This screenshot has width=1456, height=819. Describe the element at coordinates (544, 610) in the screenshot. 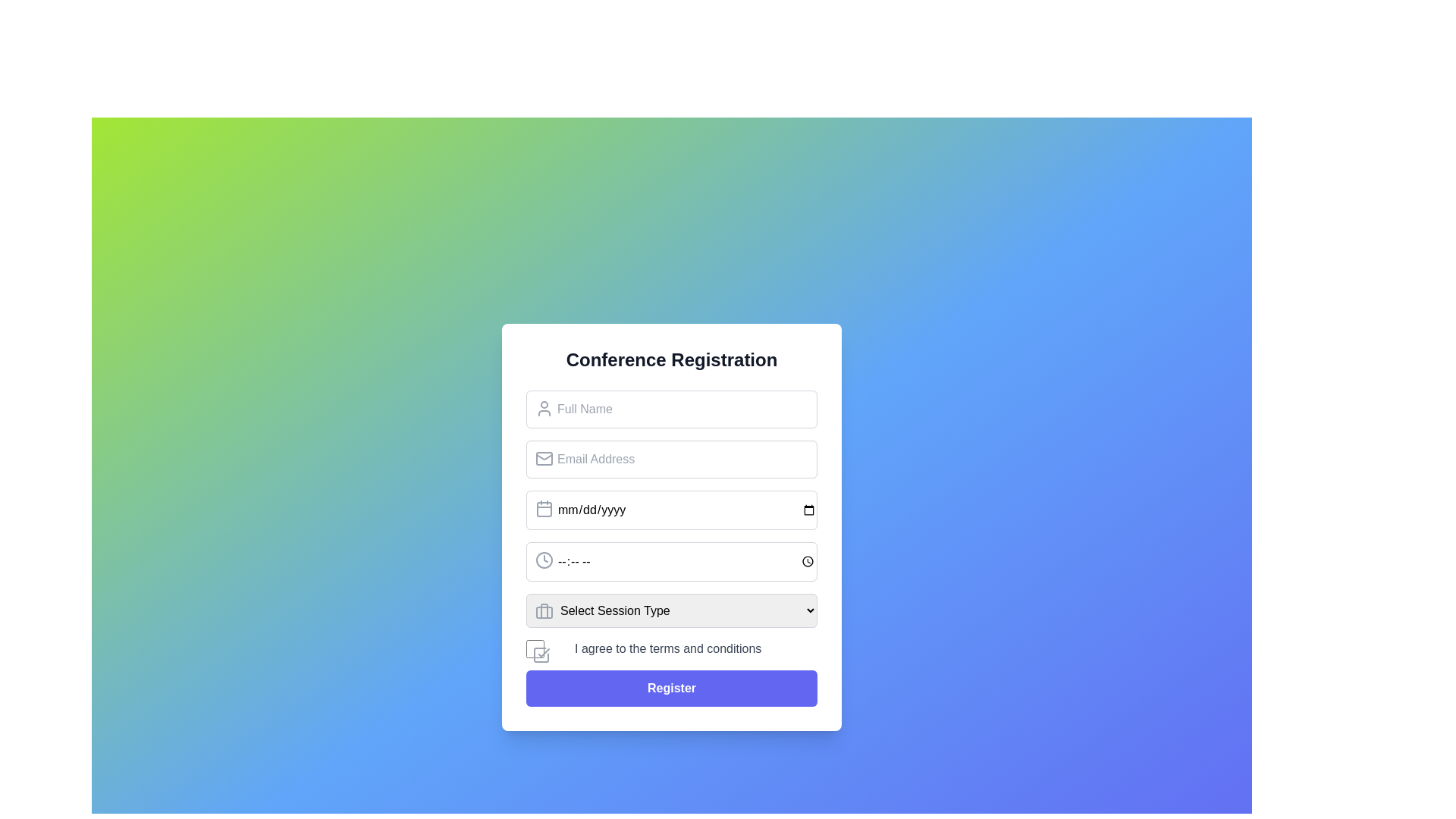

I see `the left vertical bar of the suitcase-like icon, which is outlined in gray and part of the 'Select Session Type' dropdown field` at that location.